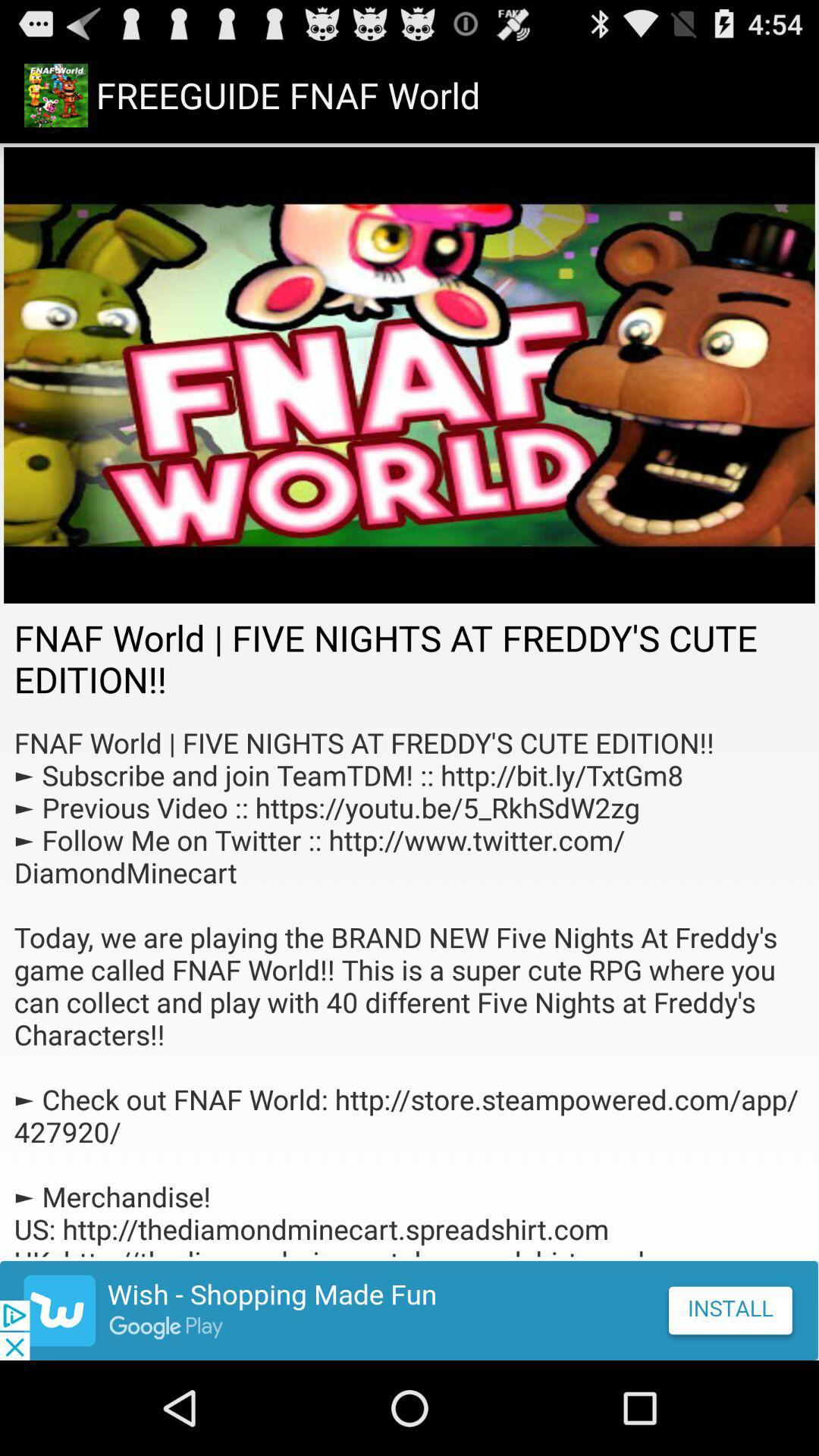  Describe the element at coordinates (409, 1310) in the screenshot. I see `advertisement link` at that location.